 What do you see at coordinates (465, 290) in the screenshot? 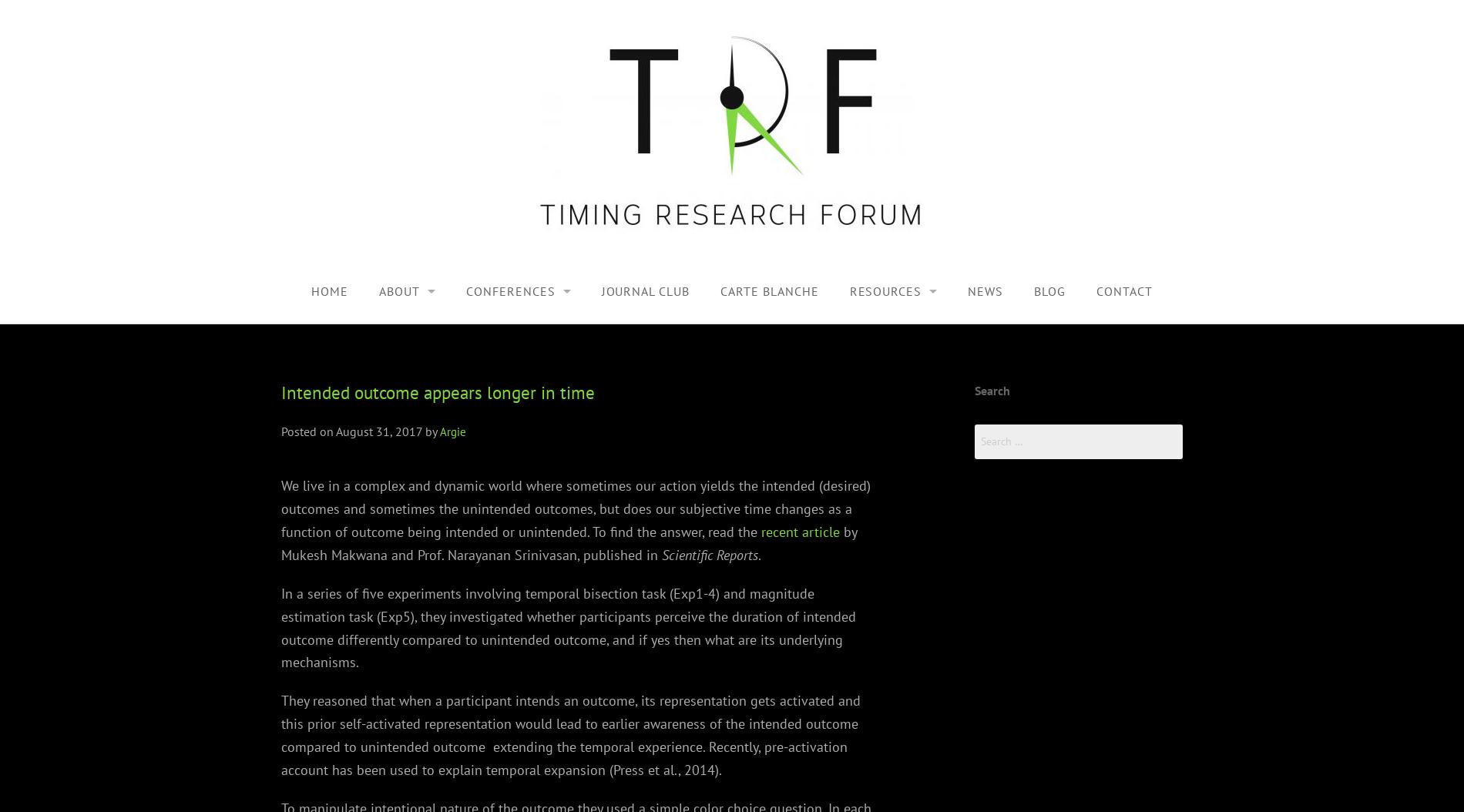
I see `'Conferences'` at bounding box center [465, 290].